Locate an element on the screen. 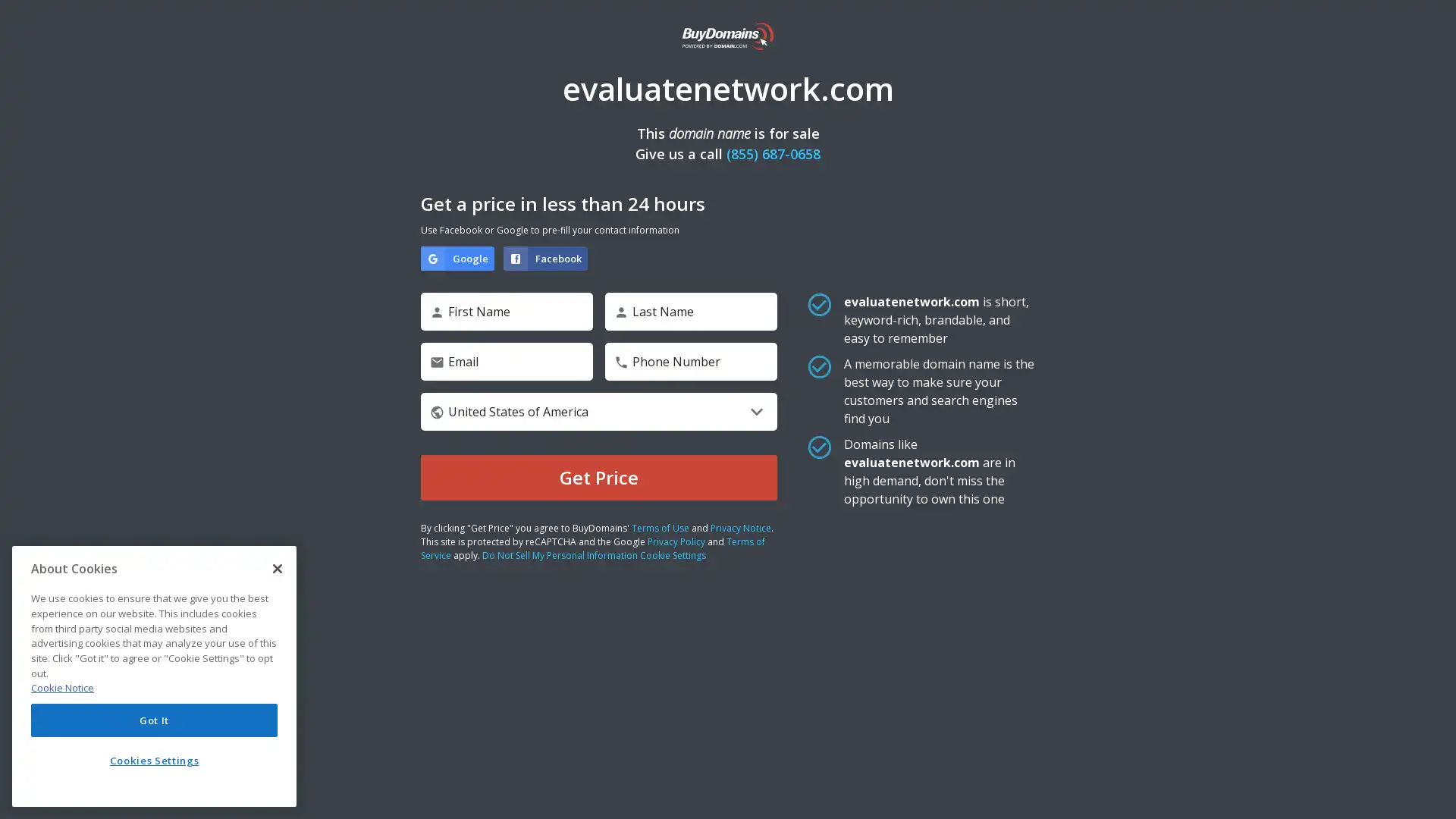 Image resolution: width=1456 pixels, height=819 pixels. Cookies Settings is located at coordinates (154, 760).